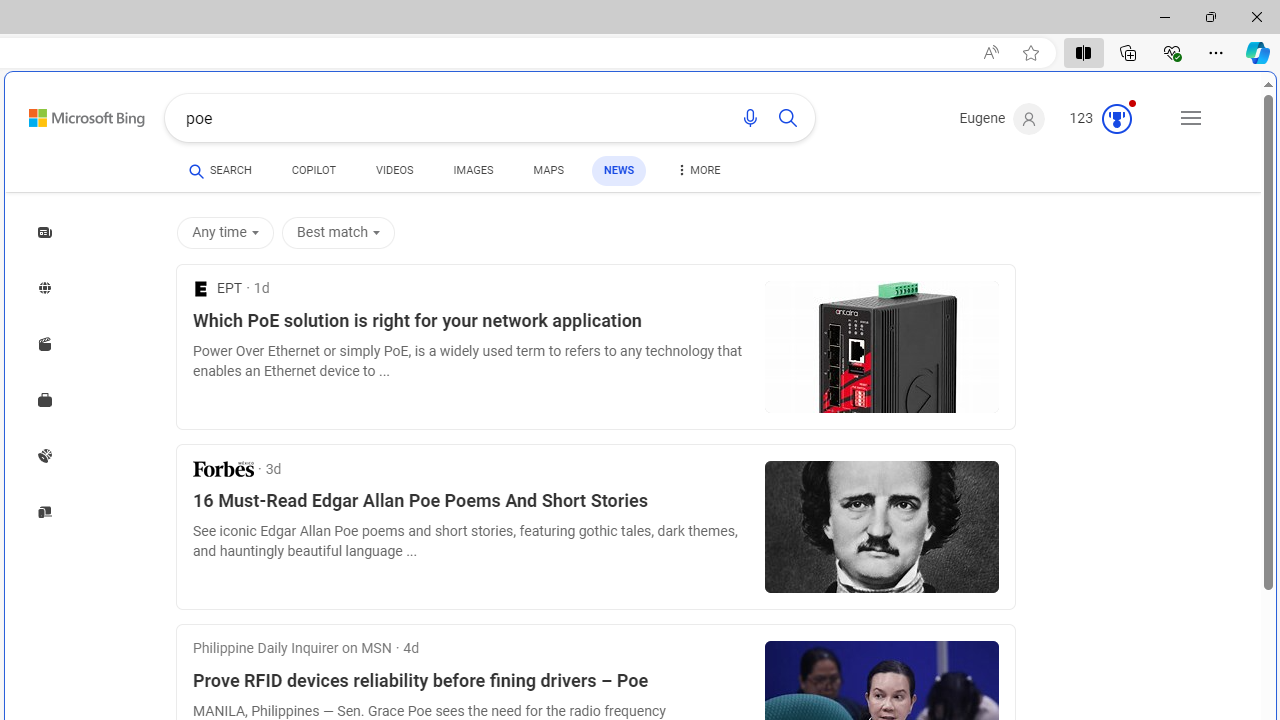  What do you see at coordinates (749, 118) in the screenshot?
I see `'Search using voice'` at bounding box center [749, 118].